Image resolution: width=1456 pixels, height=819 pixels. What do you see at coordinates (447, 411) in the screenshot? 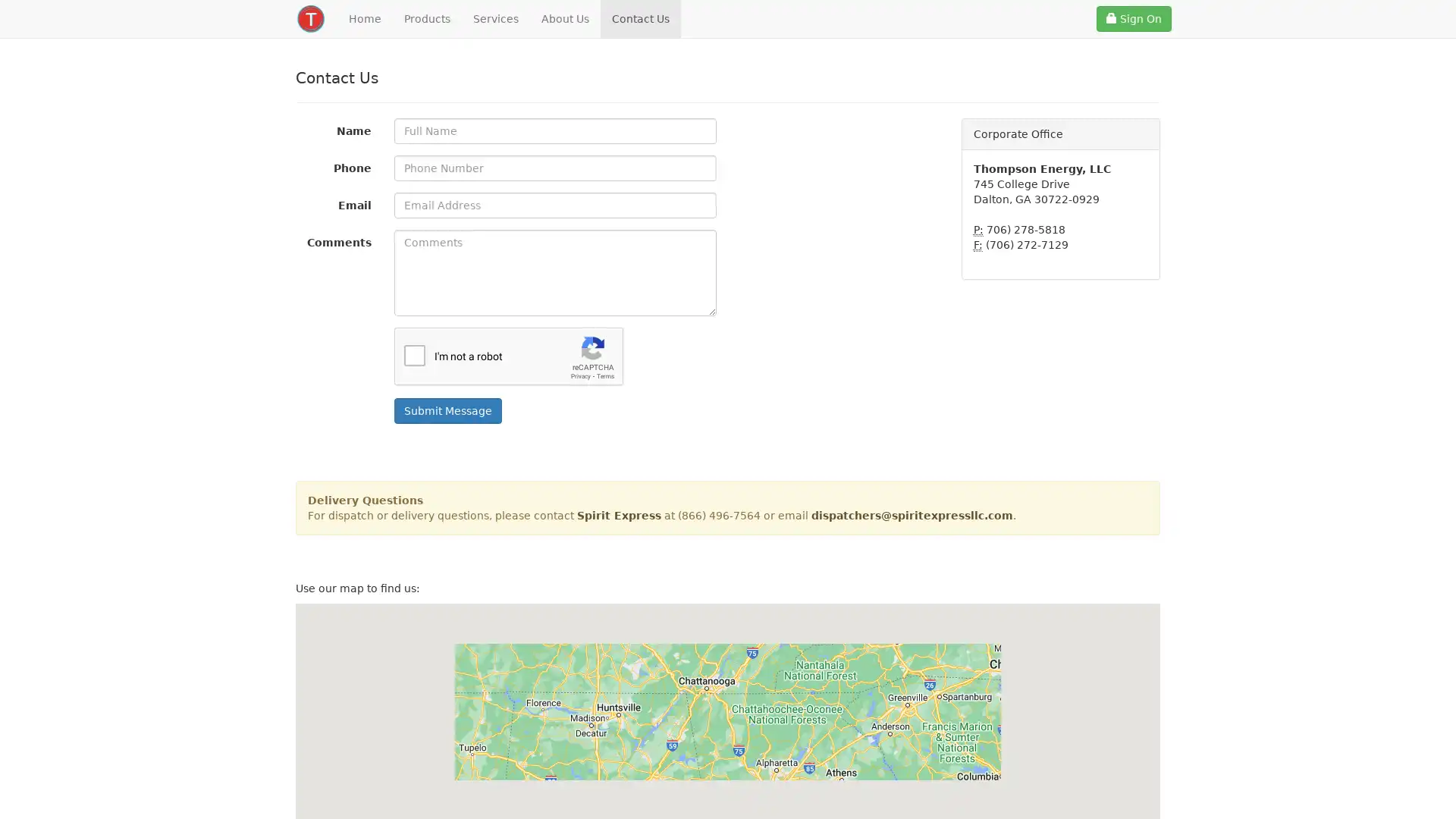
I see `Submit Message` at bounding box center [447, 411].